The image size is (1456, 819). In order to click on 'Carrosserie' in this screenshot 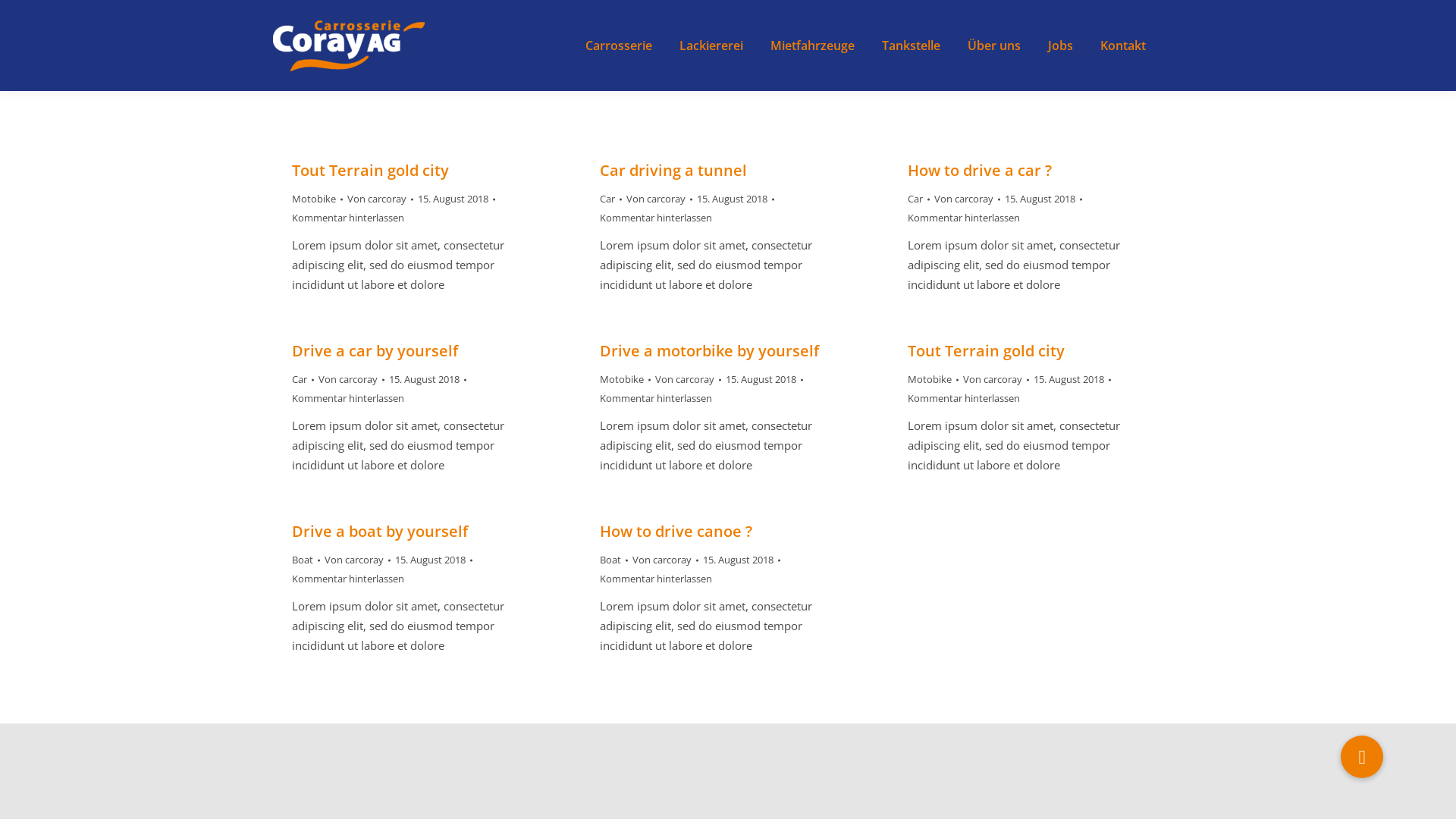, I will do `click(619, 45)`.